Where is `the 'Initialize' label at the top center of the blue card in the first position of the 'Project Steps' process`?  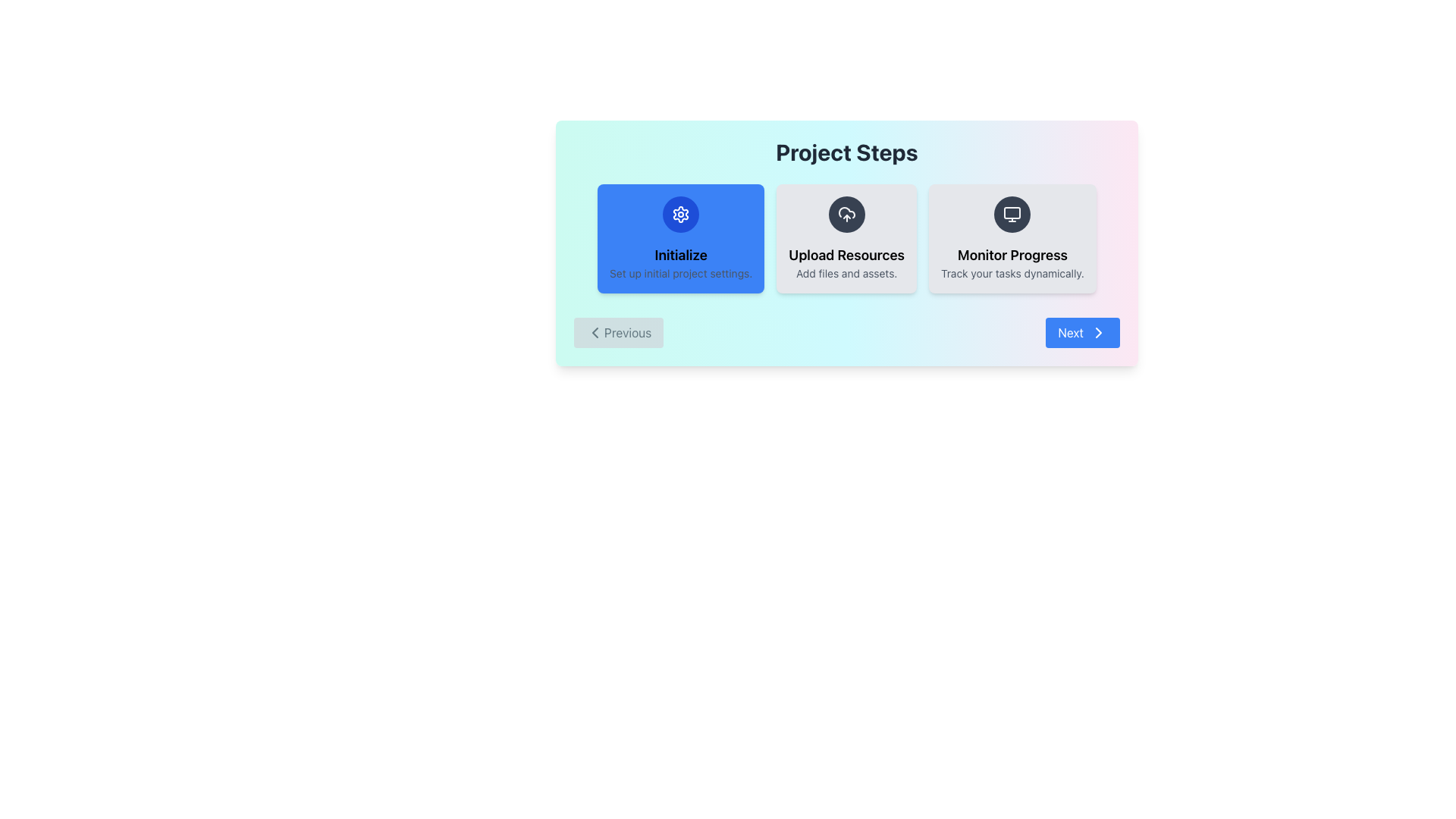 the 'Initialize' label at the top center of the blue card in the first position of the 'Project Steps' process is located at coordinates (680, 254).